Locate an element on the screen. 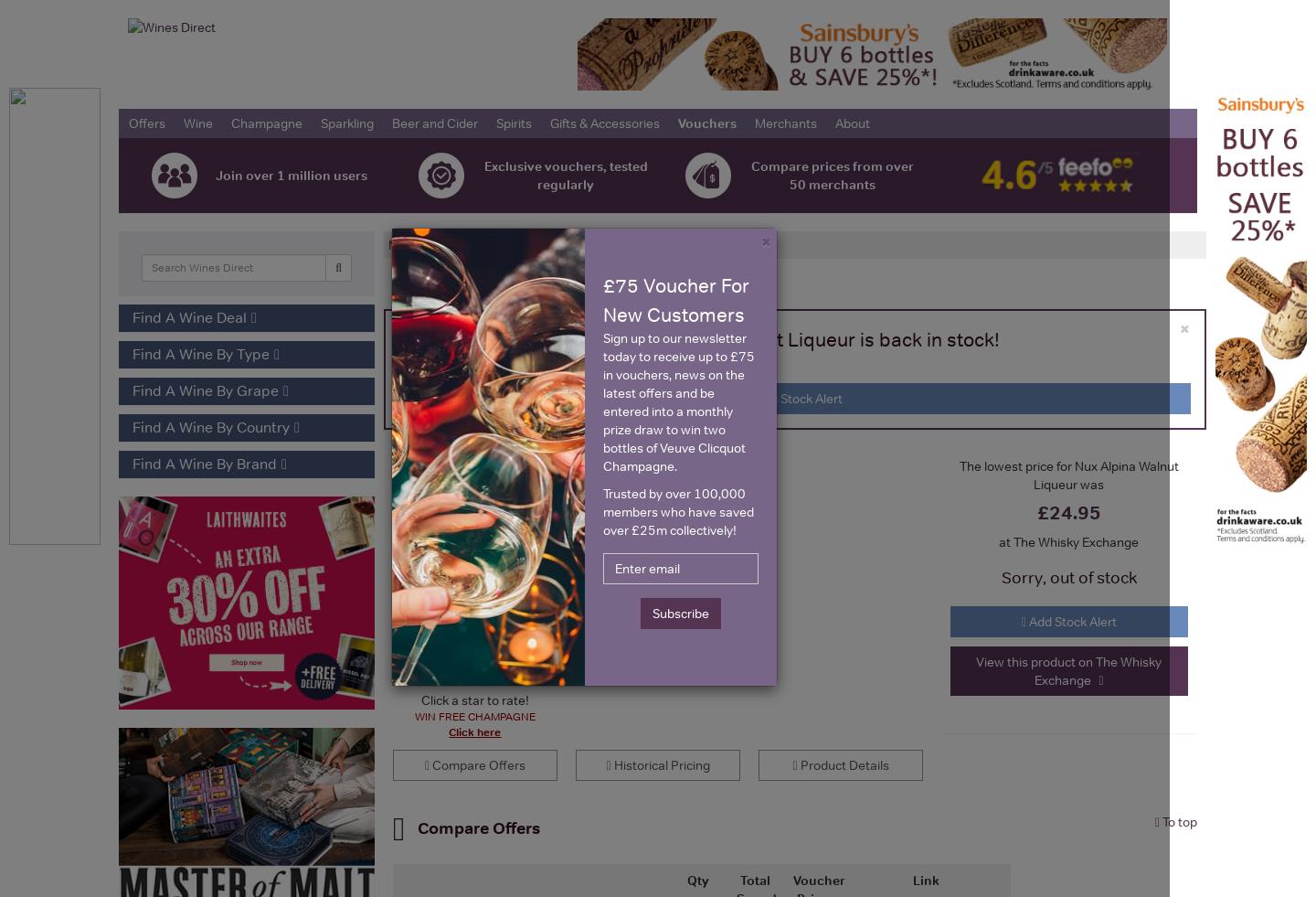 This screenshot has width=1316, height=897. 'Subscribe' is located at coordinates (679, 614).